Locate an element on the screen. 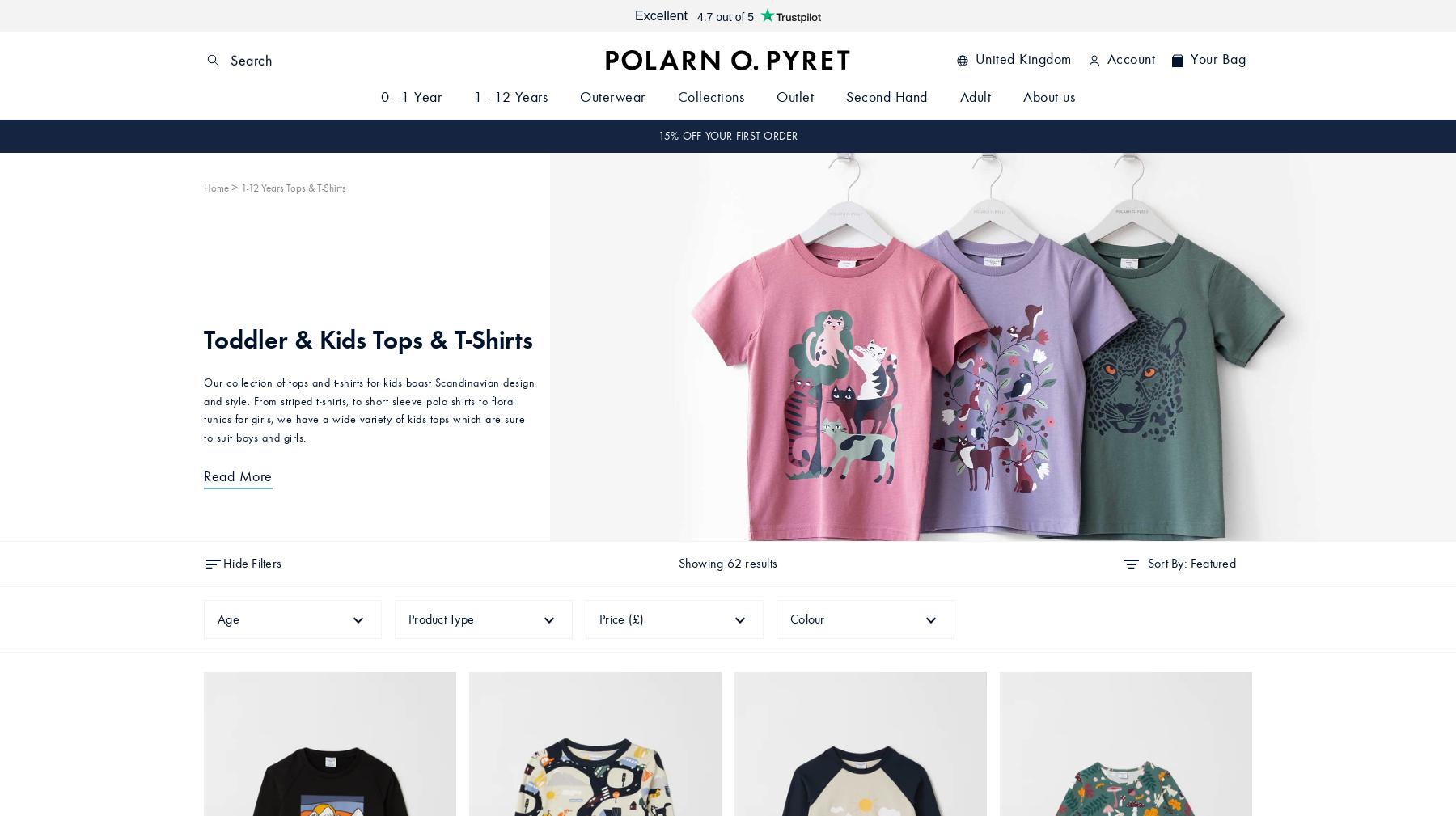  'Adult' is located at coordinates (974, 96).